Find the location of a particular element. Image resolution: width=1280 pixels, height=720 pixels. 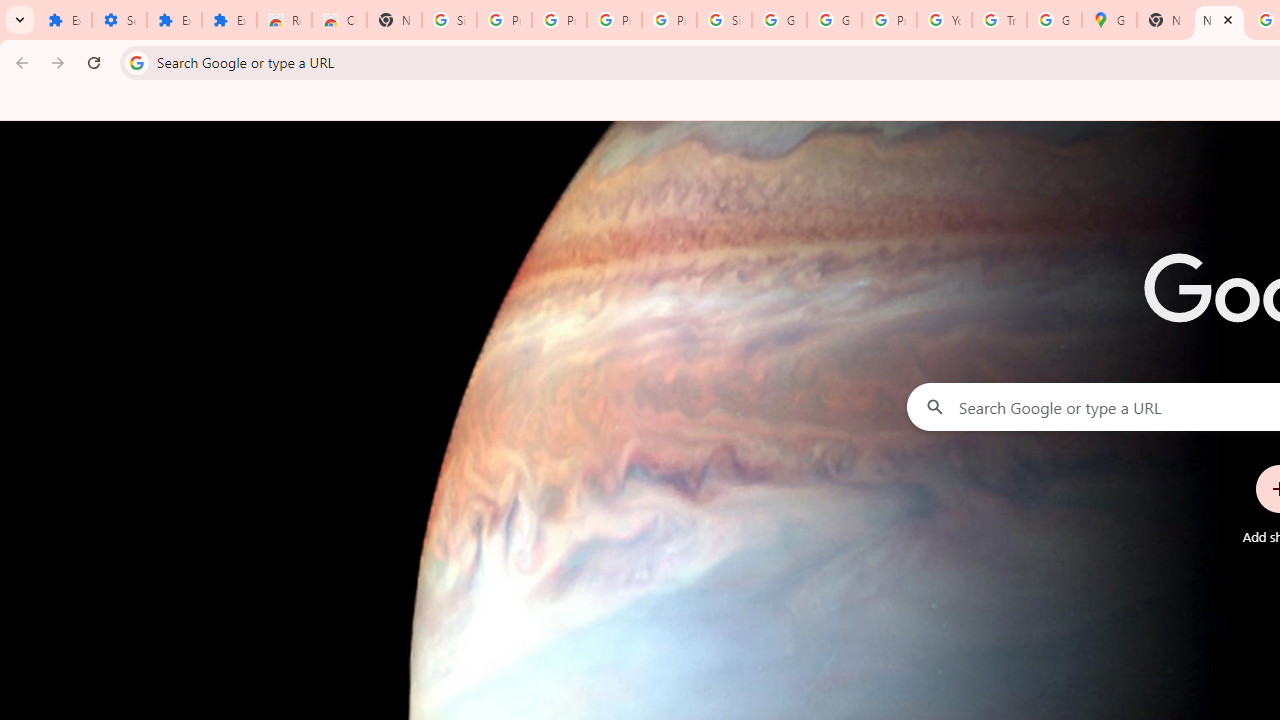

'Google Maps' is located at coordinates (1108, 20).